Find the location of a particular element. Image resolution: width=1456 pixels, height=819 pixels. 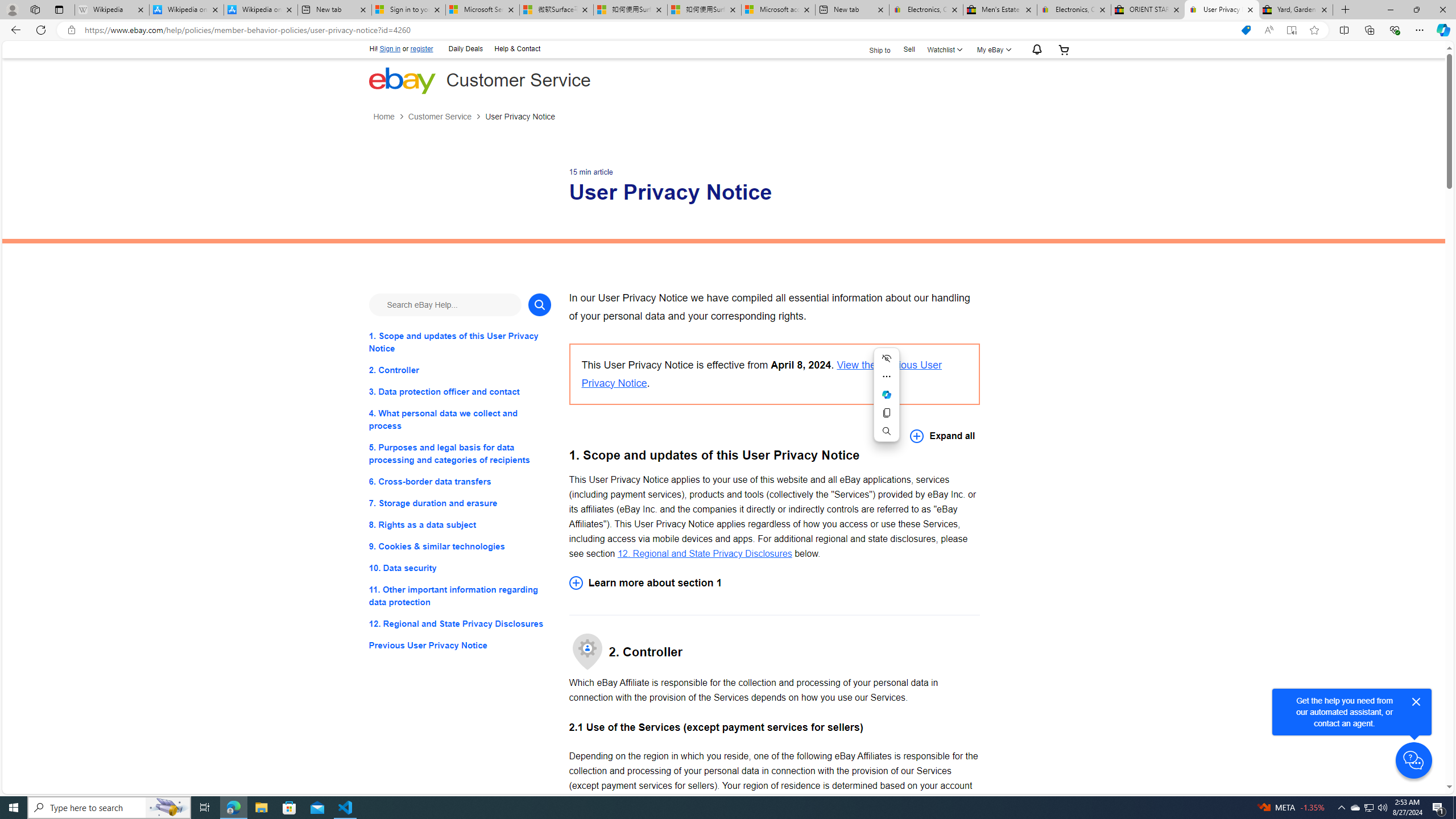

'Mini menu on text selection' is located at coordinates (886, 394).